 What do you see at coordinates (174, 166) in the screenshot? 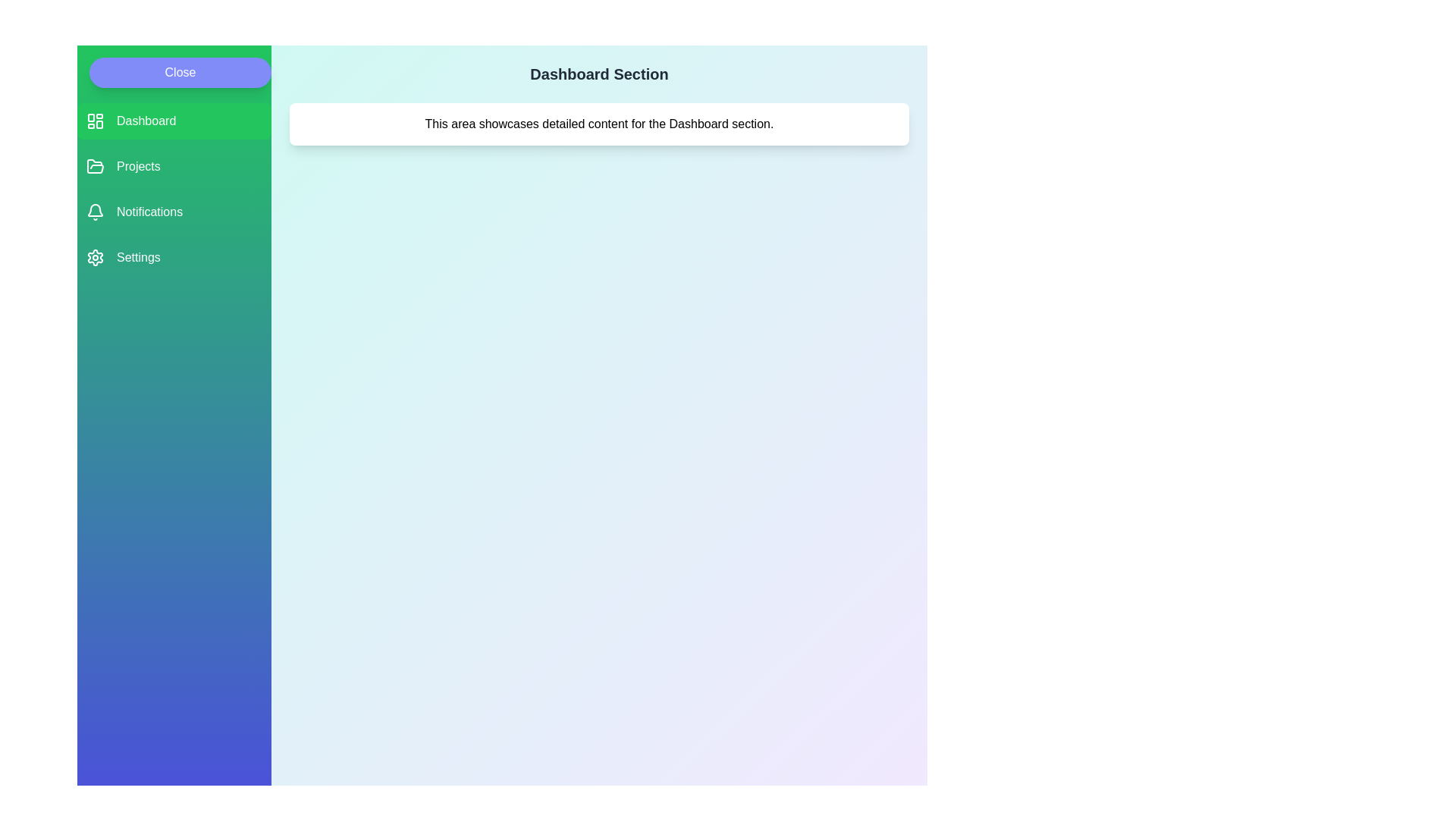
I see `the menu item labeled Projects to see its hover effect` at bounding box center [174, 166].